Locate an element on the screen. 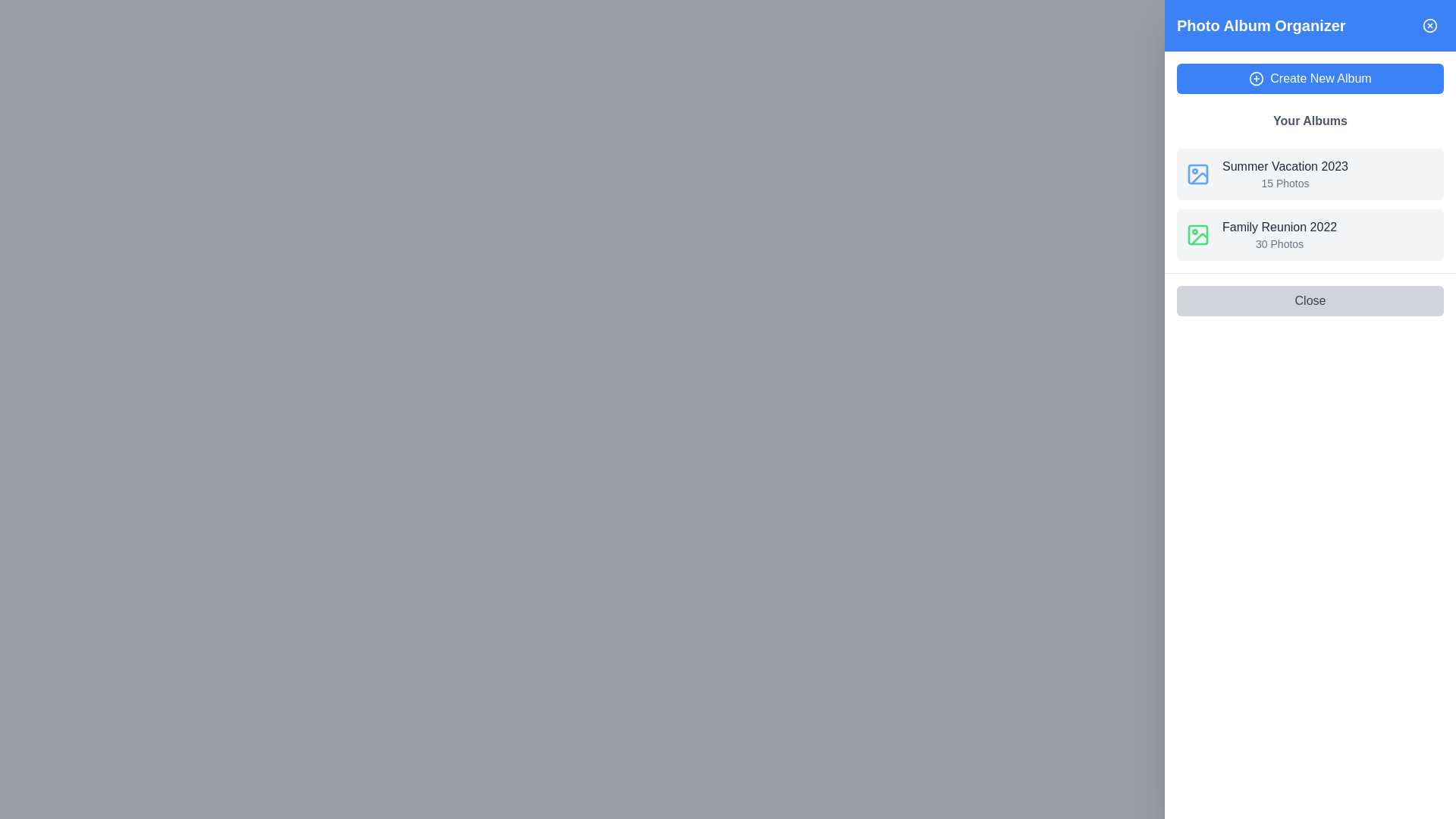 Image resolution: width=1456 pixels, height=819 pixels. the static text label that describes the number of photos in the 'Summer Vacation 2023' album, located under the album title in the right-hand sidebar is located at coordinates (1284, 183).